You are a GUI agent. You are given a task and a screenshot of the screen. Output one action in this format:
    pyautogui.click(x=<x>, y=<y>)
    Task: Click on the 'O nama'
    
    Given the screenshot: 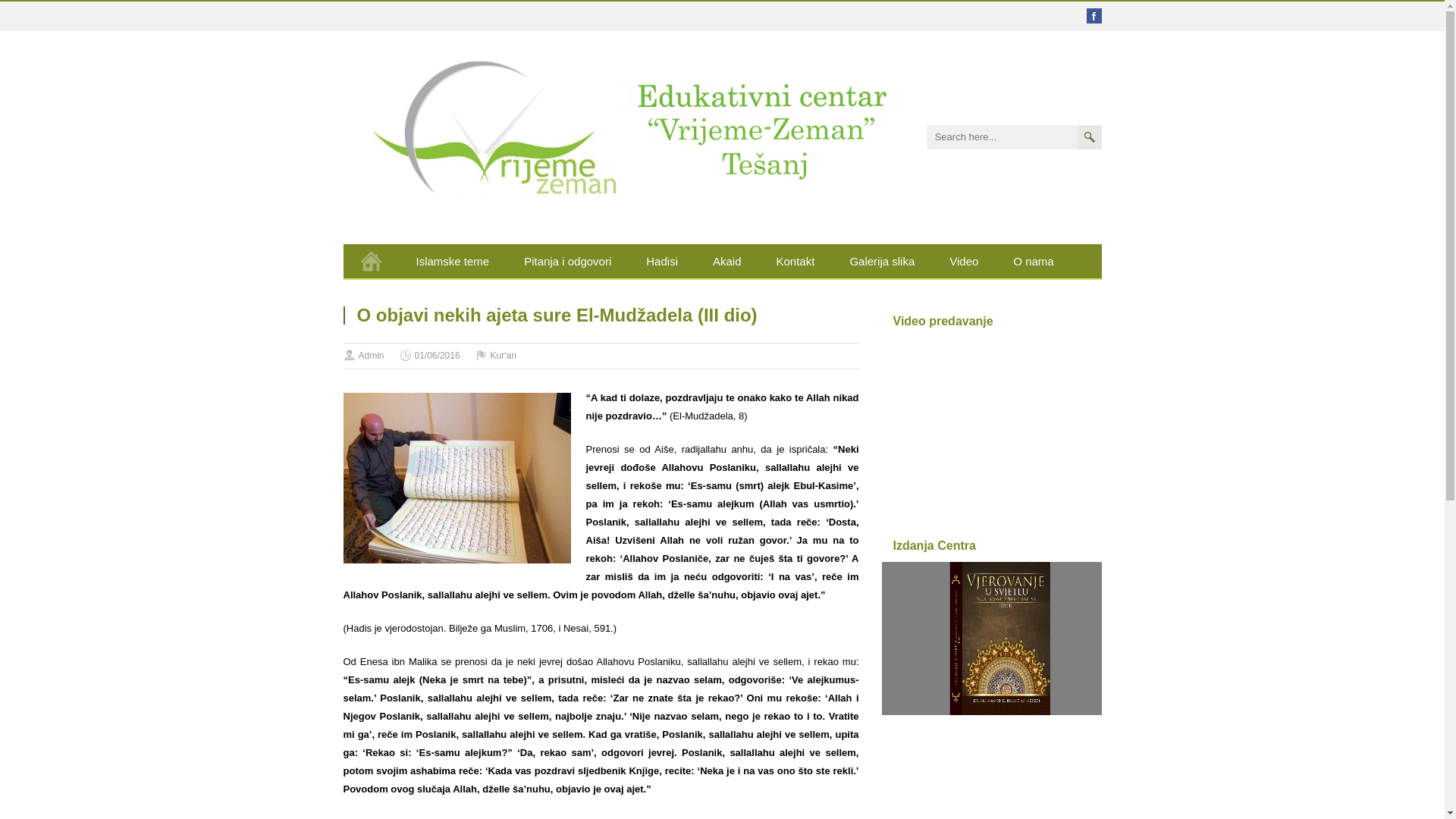 What is the action you would take?
    pyautogui.click(x=996, y=260)
    